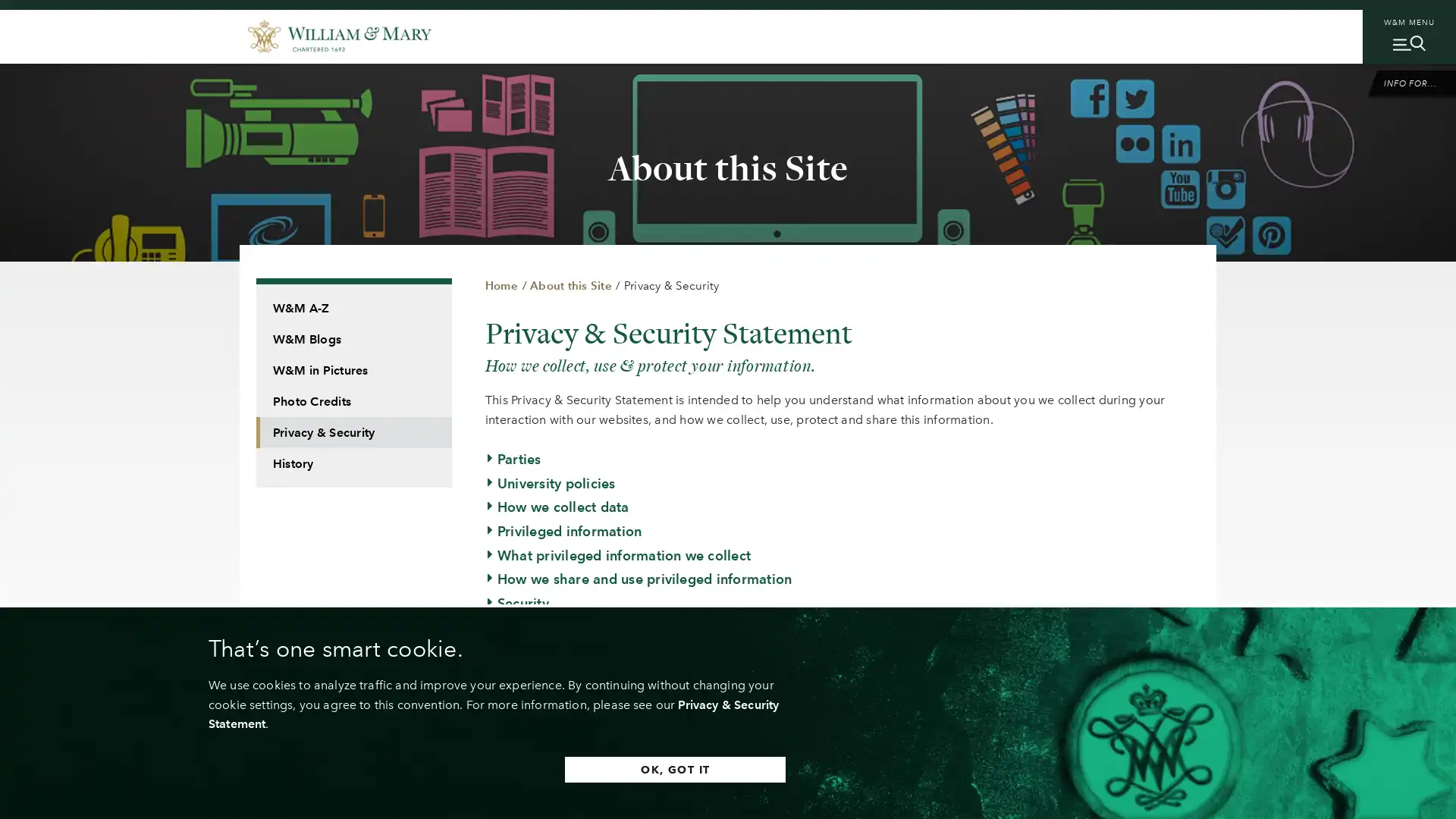 The width and height of the screenshot is (1456, 819). What do you see at coordinates (570, 651) in the screenshot?
I see `Removal from email lists` at bounding box center [570, 651].